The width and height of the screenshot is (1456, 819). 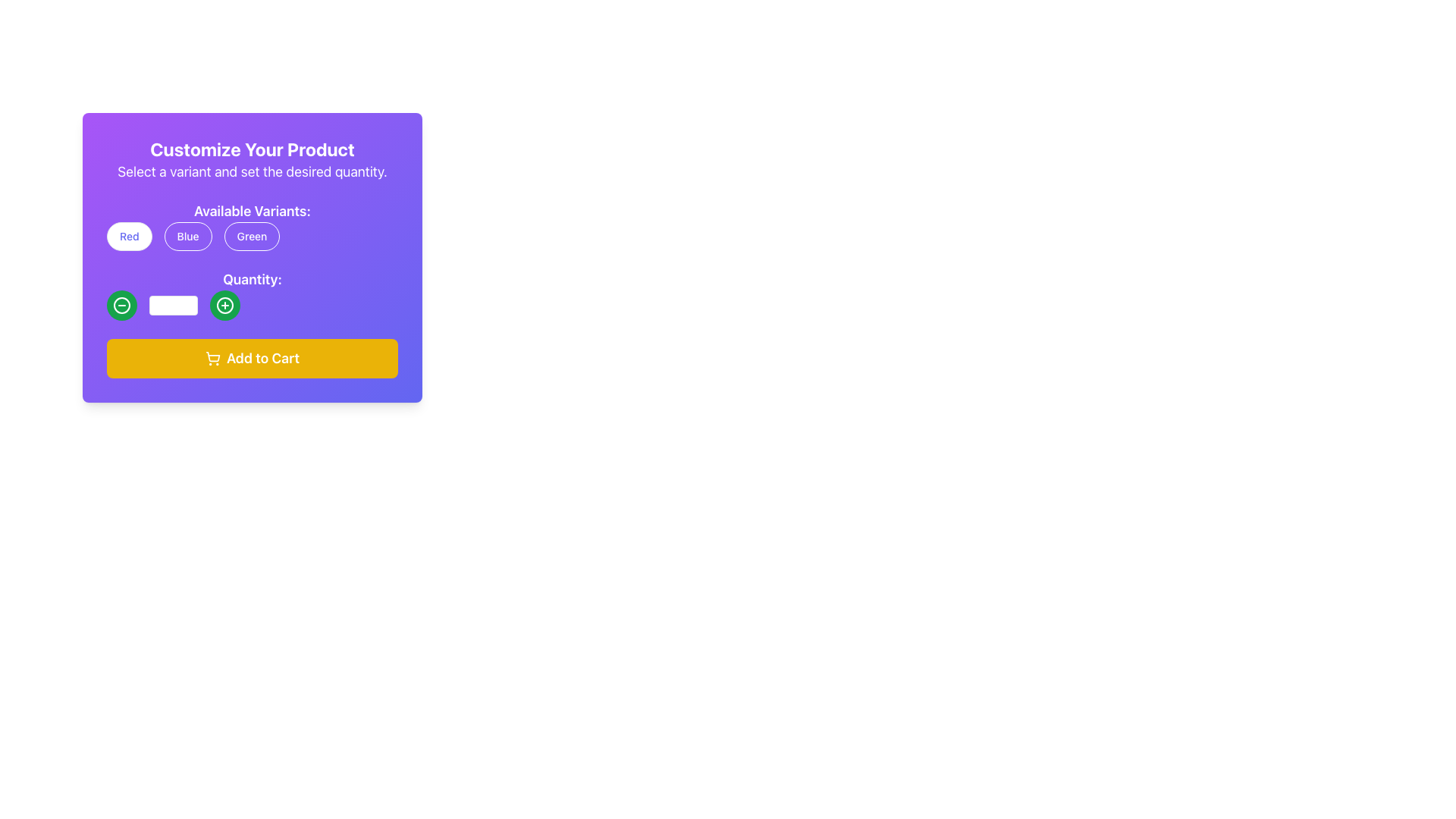 I want to click on the first circular decrement button located to the left of the numeric input field, so click(x=122, y=305).